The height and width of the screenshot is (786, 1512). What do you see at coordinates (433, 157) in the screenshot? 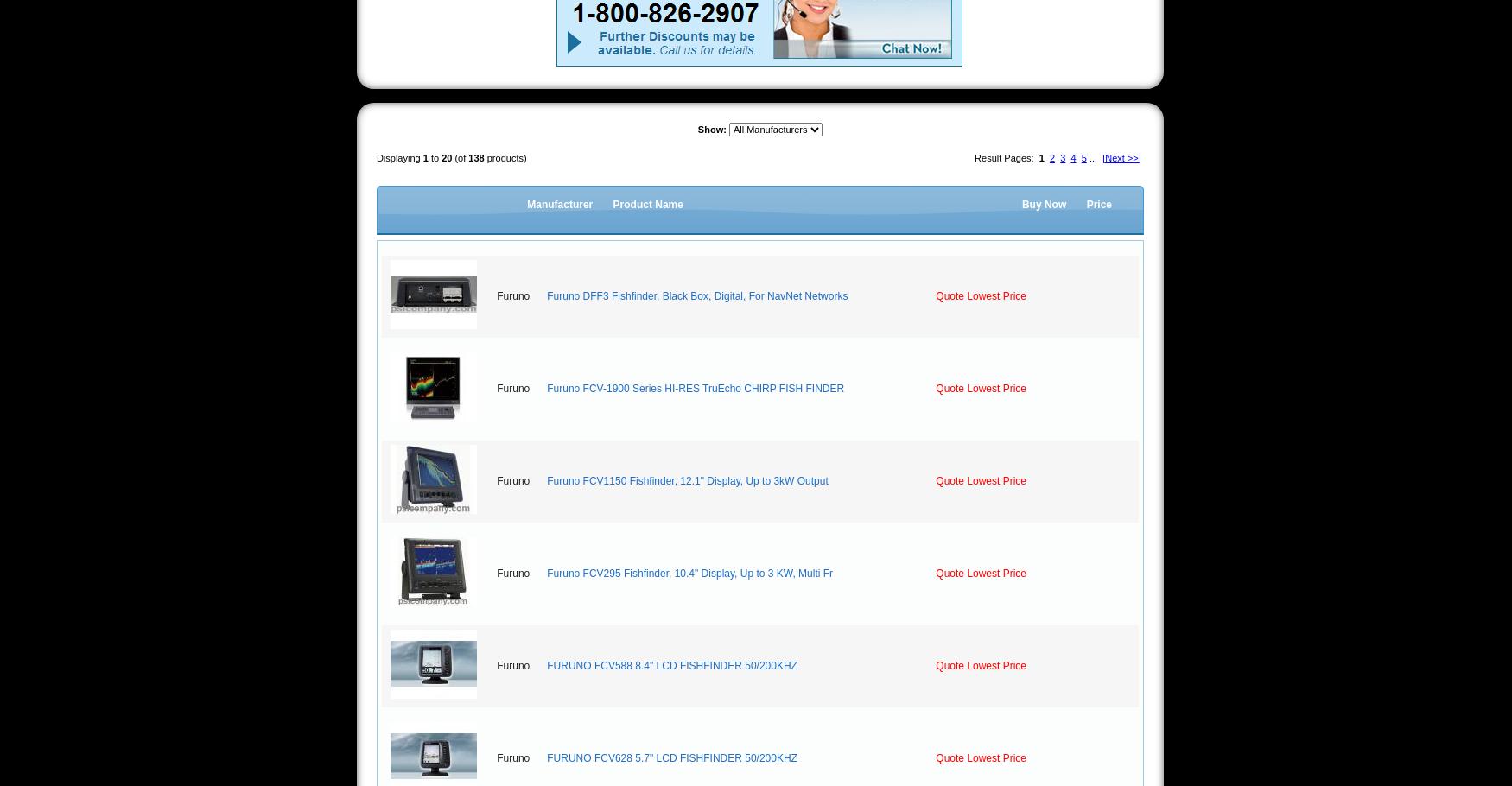
I see `'to'` at bounding box center [433, 157].